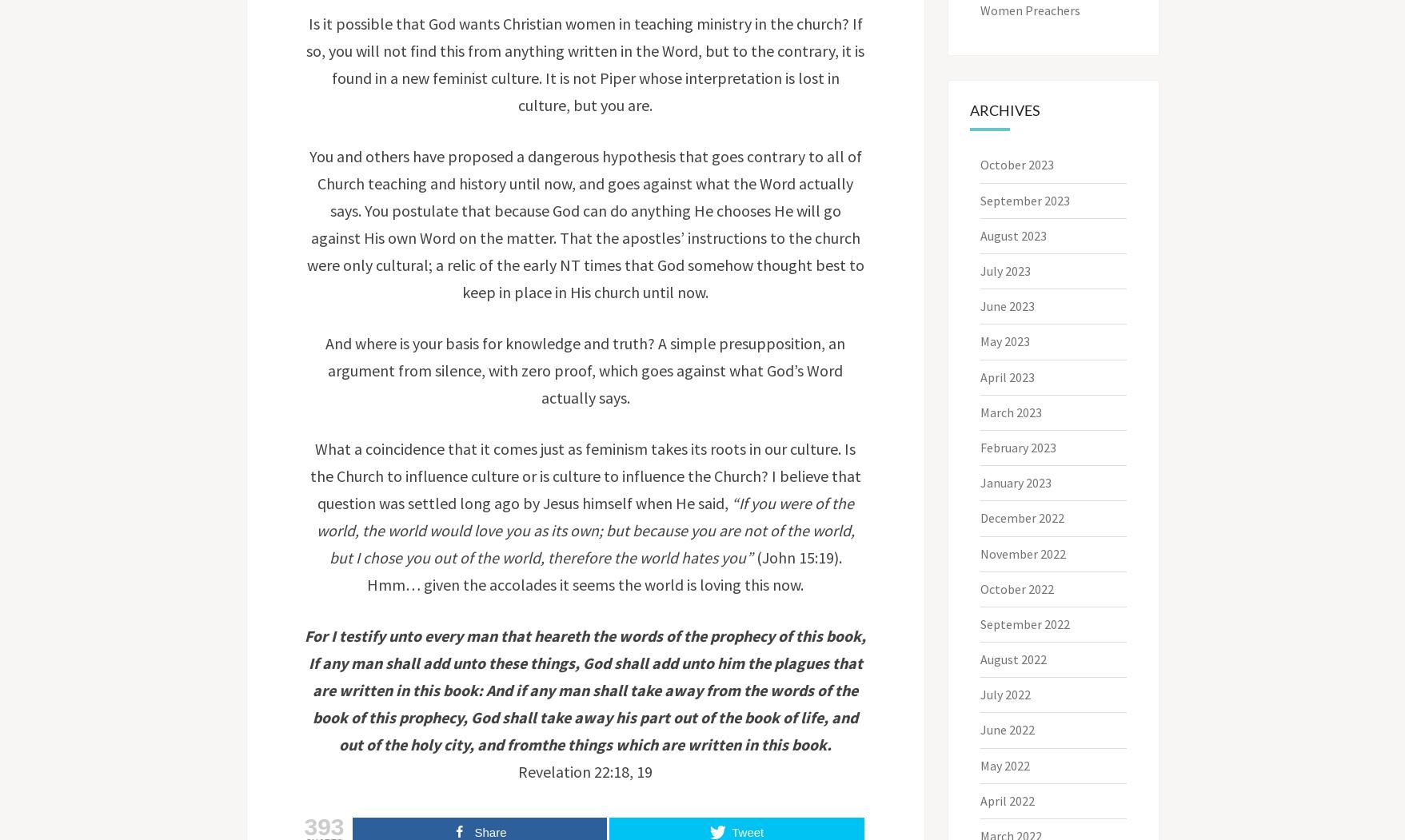  What do you see at coordinates (980, 588) in the screenshot?
I see `'October 2022'` at bounding box center [980, 588].